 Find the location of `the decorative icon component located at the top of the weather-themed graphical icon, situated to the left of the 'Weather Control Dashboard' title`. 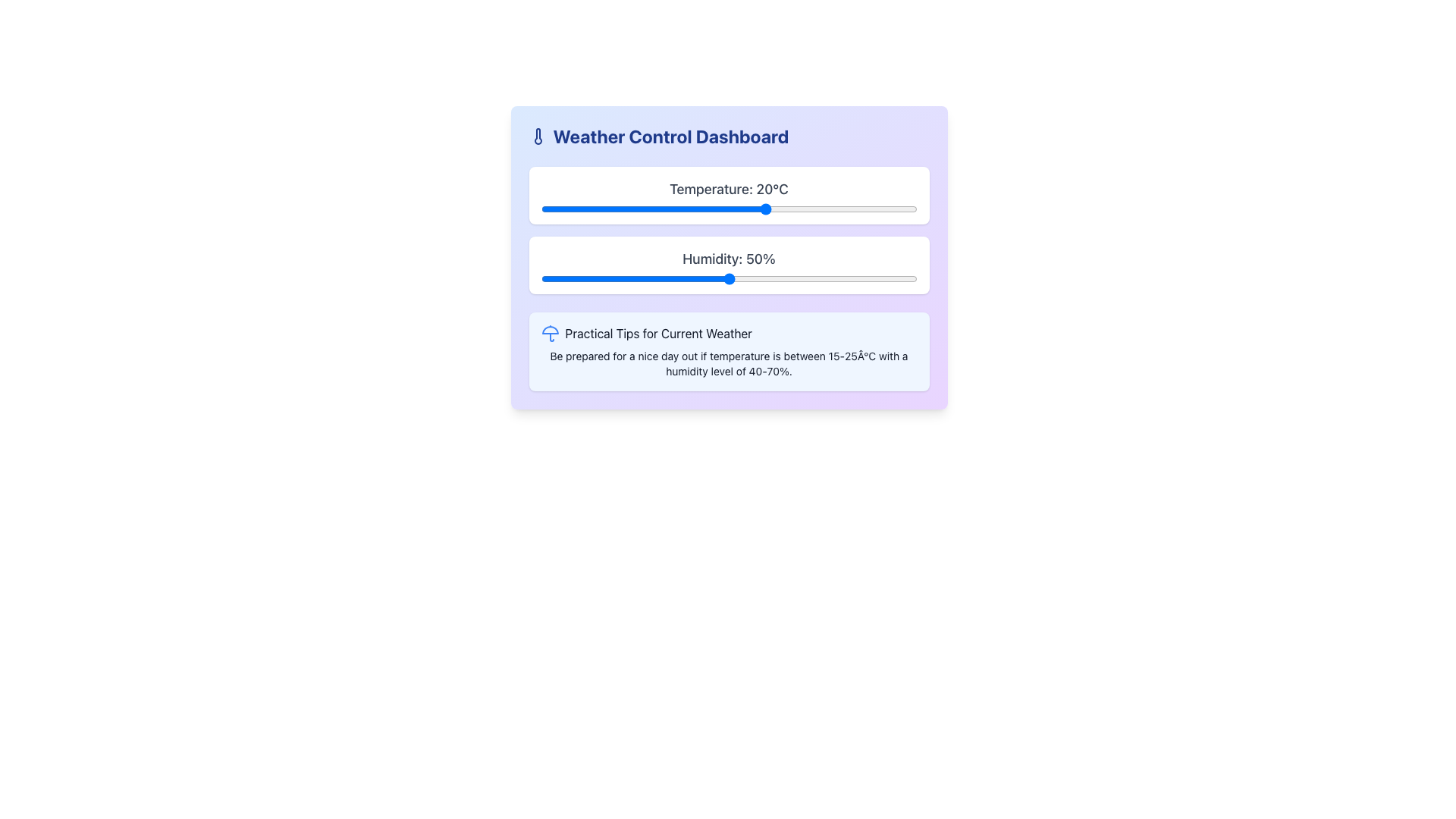

the decorative icon component located at the top of the weather-themed graphical icon, situated to the left of the 'Weather Control Dashboard' title is located at coordinates (549, 329).